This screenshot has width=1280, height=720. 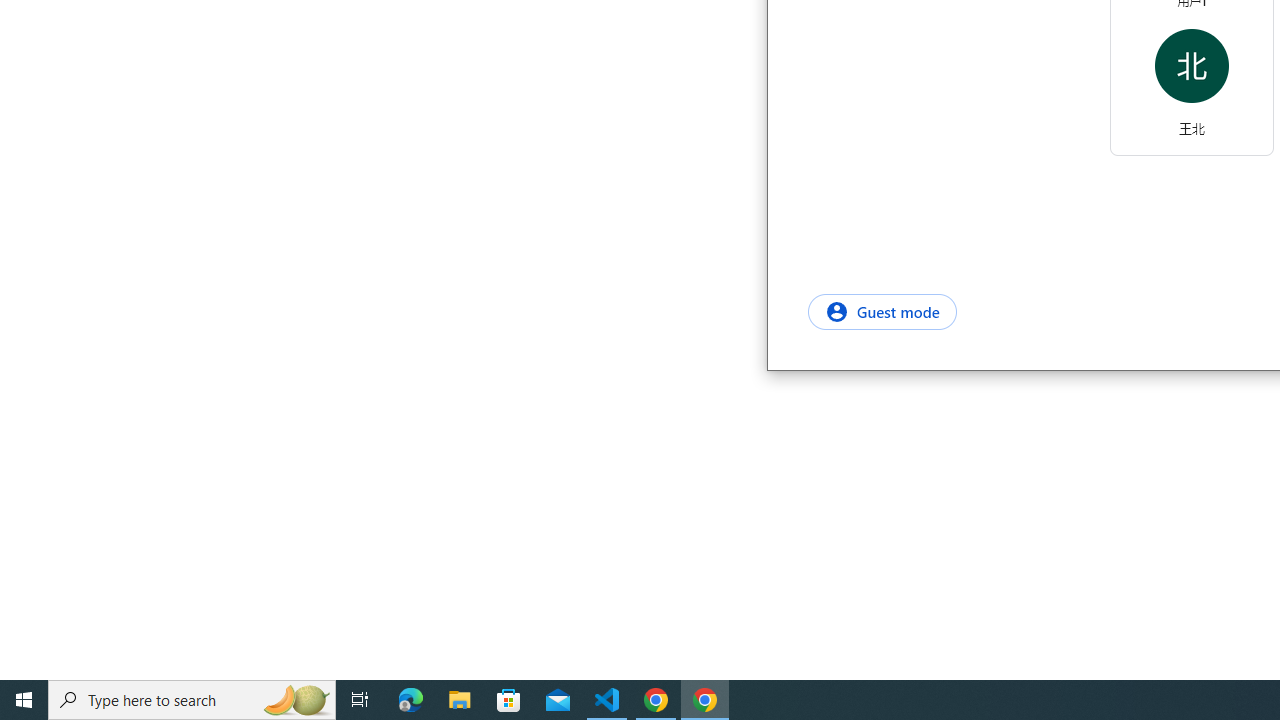 I want to click on 'Visual Studio Code - 1 running window', so click(x=606, y=698).